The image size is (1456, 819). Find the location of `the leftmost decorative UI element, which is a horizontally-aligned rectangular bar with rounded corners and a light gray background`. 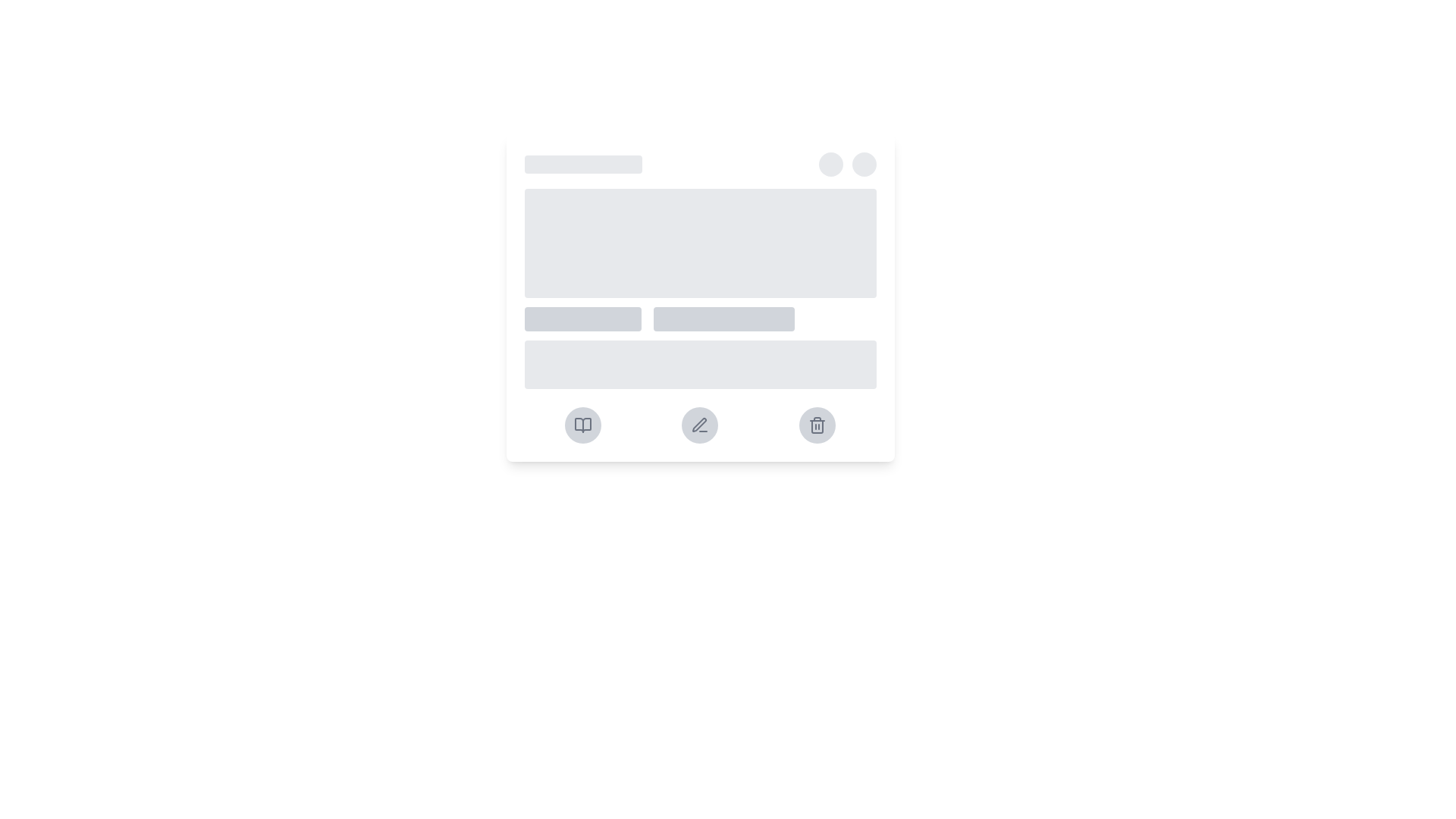

the leftmost decorative UI element, which is a horizontally-aligned rectangular bar with rounded corners and a light gray background is located at coordinates (582, 318).